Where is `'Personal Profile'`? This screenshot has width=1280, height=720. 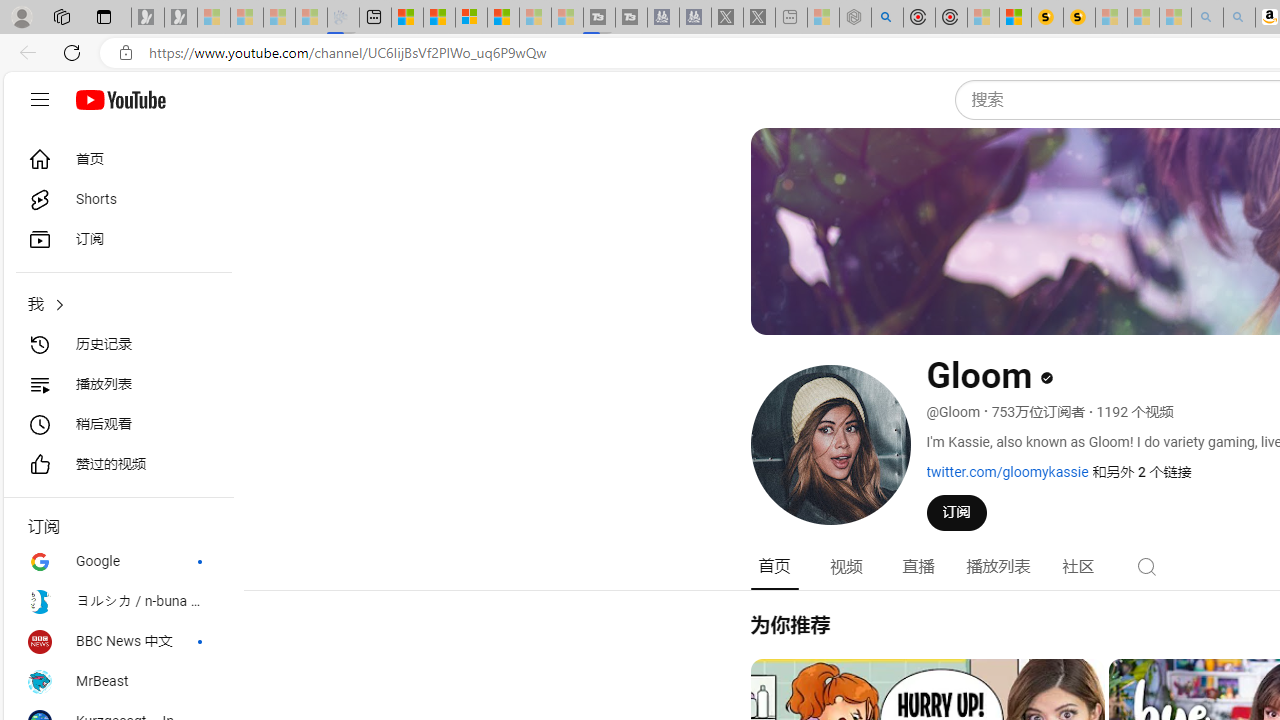
'Personal Profile' is located at coordinates (21, 16).